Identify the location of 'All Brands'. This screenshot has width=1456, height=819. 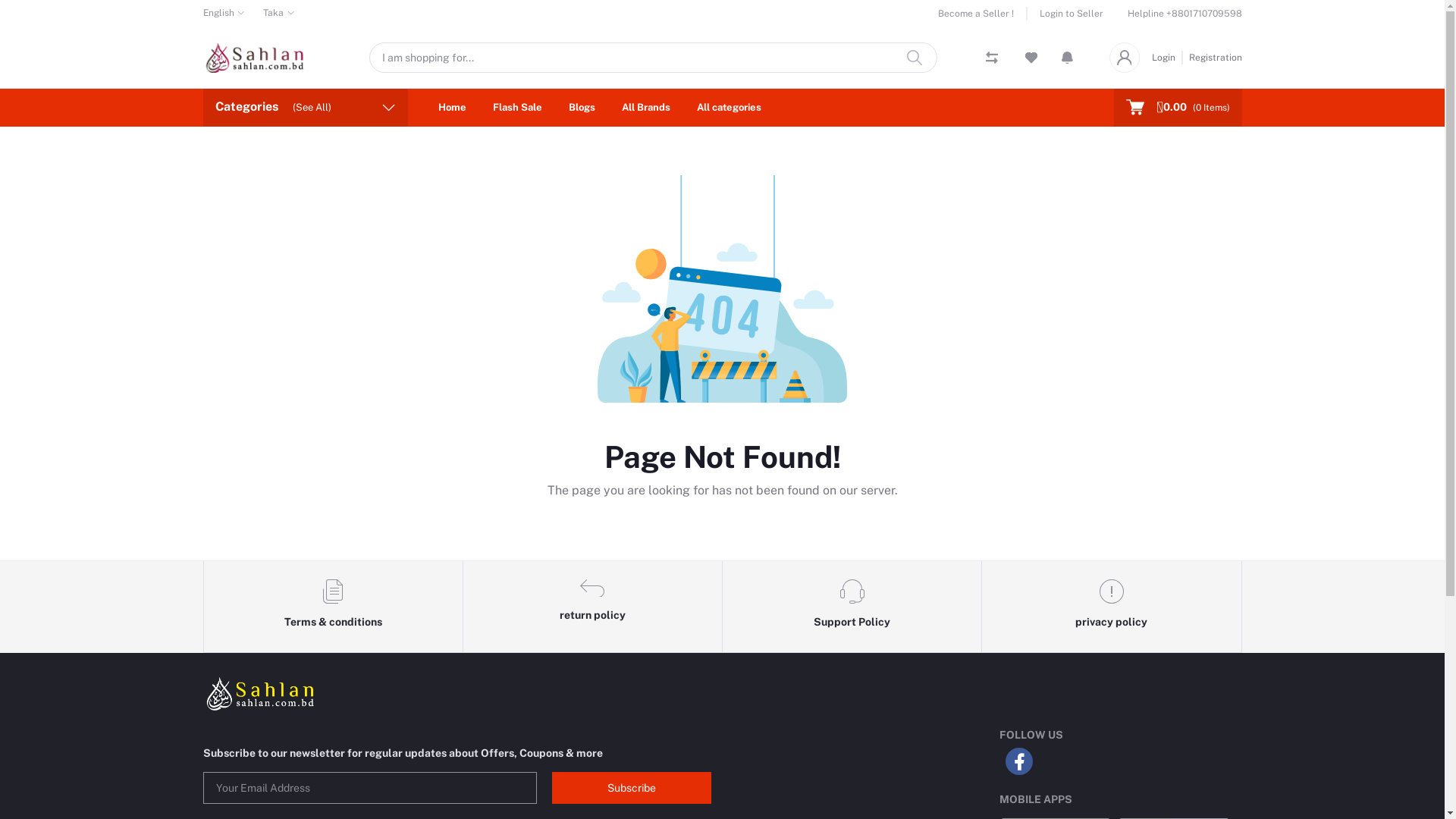
(610, 107).